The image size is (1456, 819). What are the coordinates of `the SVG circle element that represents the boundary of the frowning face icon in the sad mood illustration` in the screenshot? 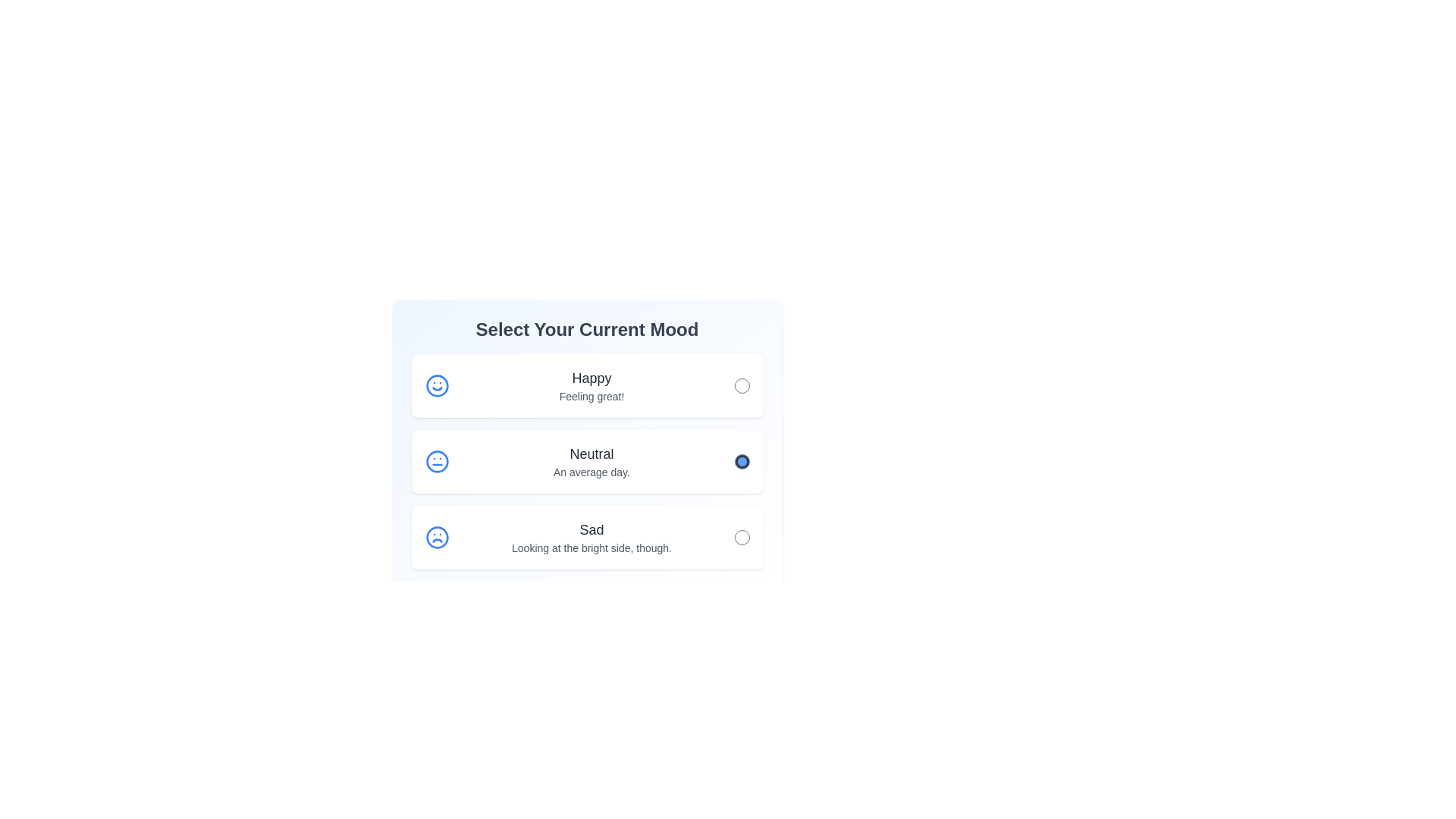 It's located at (436, 537).